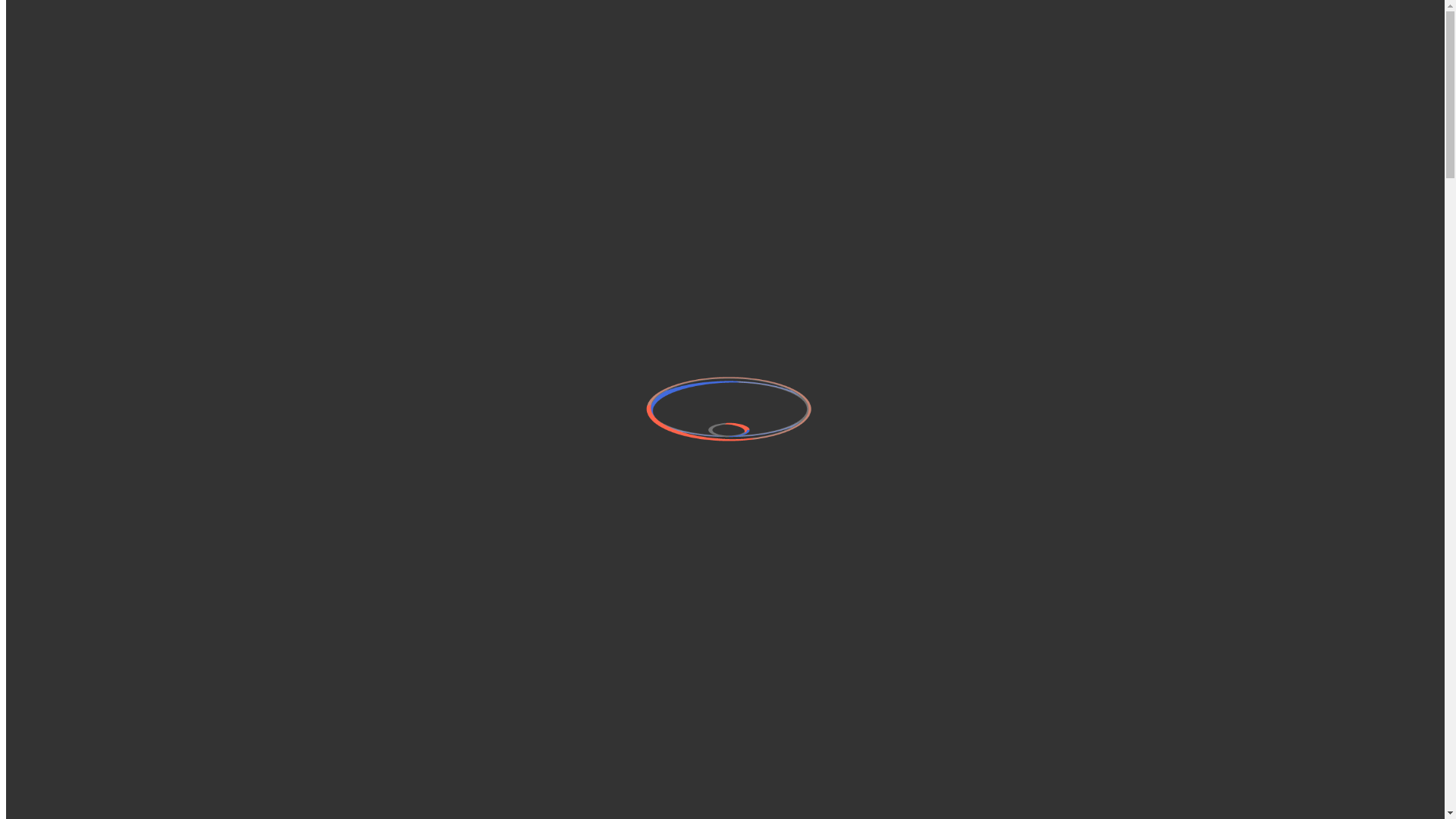  What do you see at coordinates (147, 29) in the screenshot?
I see `'CERN Accelerating science'` at bounding box center [147, 29].